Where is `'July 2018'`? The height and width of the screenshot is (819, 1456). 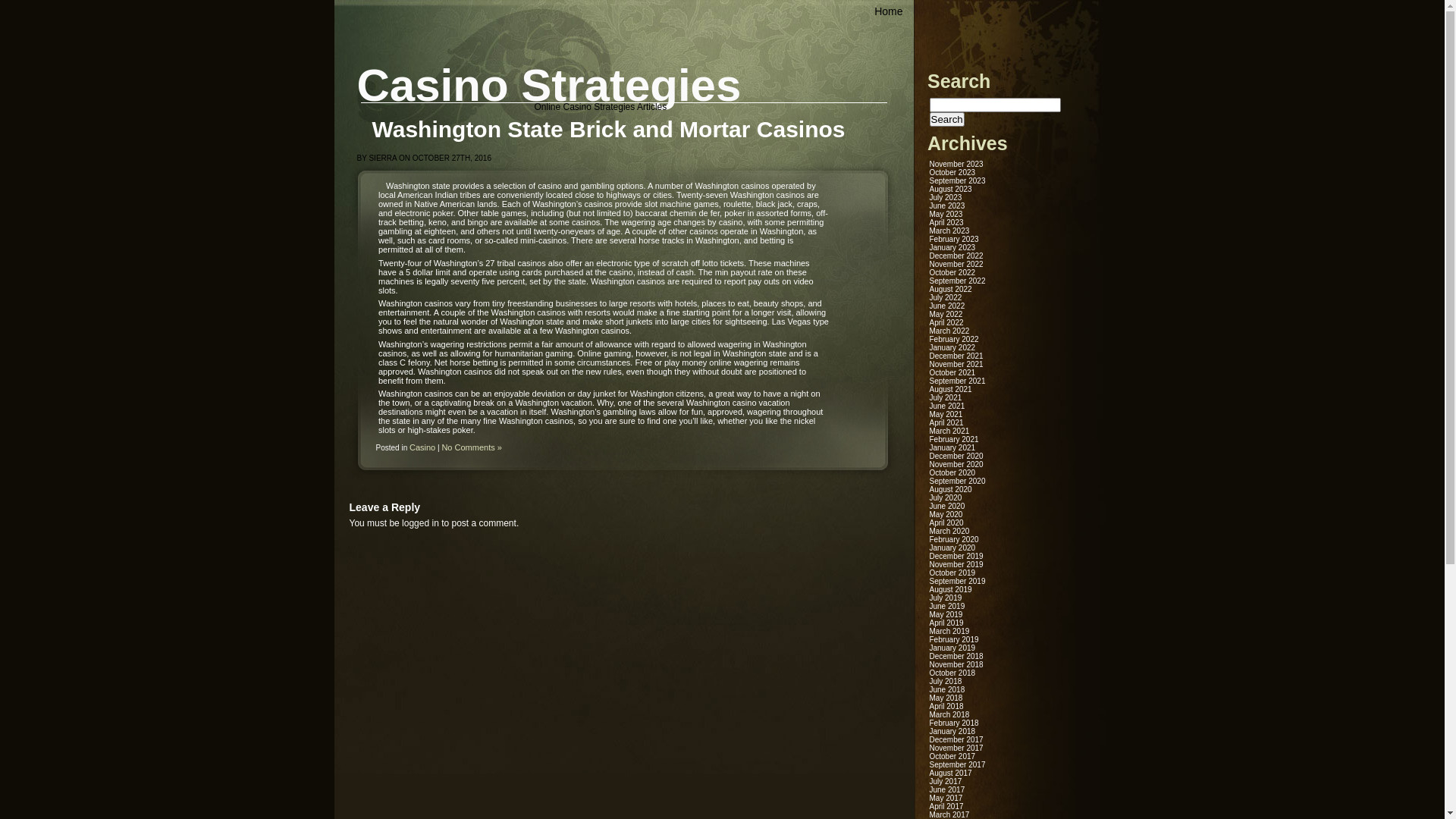 'July 2018' is located at coordinates (945, 680).